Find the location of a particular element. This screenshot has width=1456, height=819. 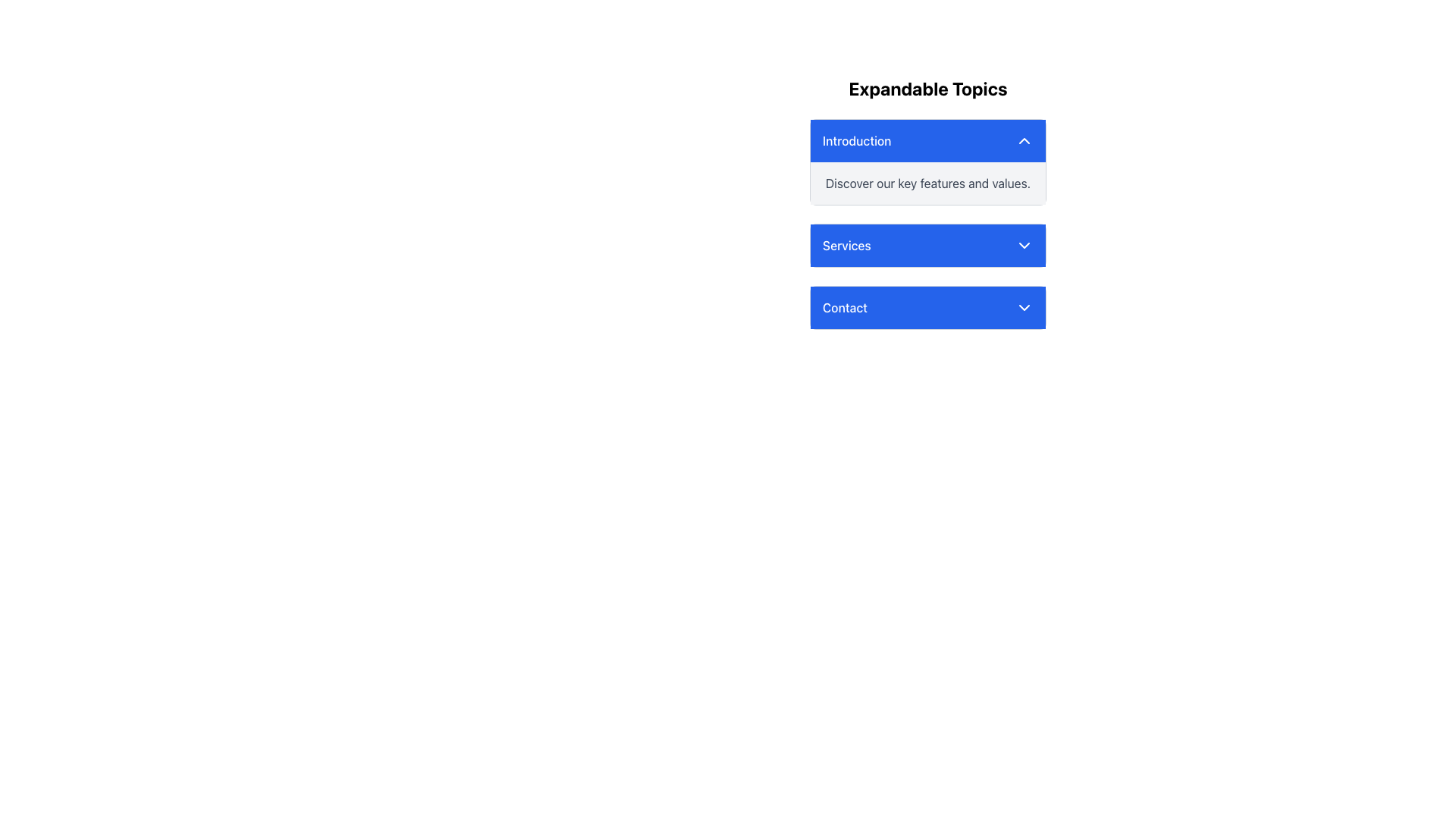

the 'Services' text label, which is styled in bold white font on a blue background is located at coordinates (846, 245).